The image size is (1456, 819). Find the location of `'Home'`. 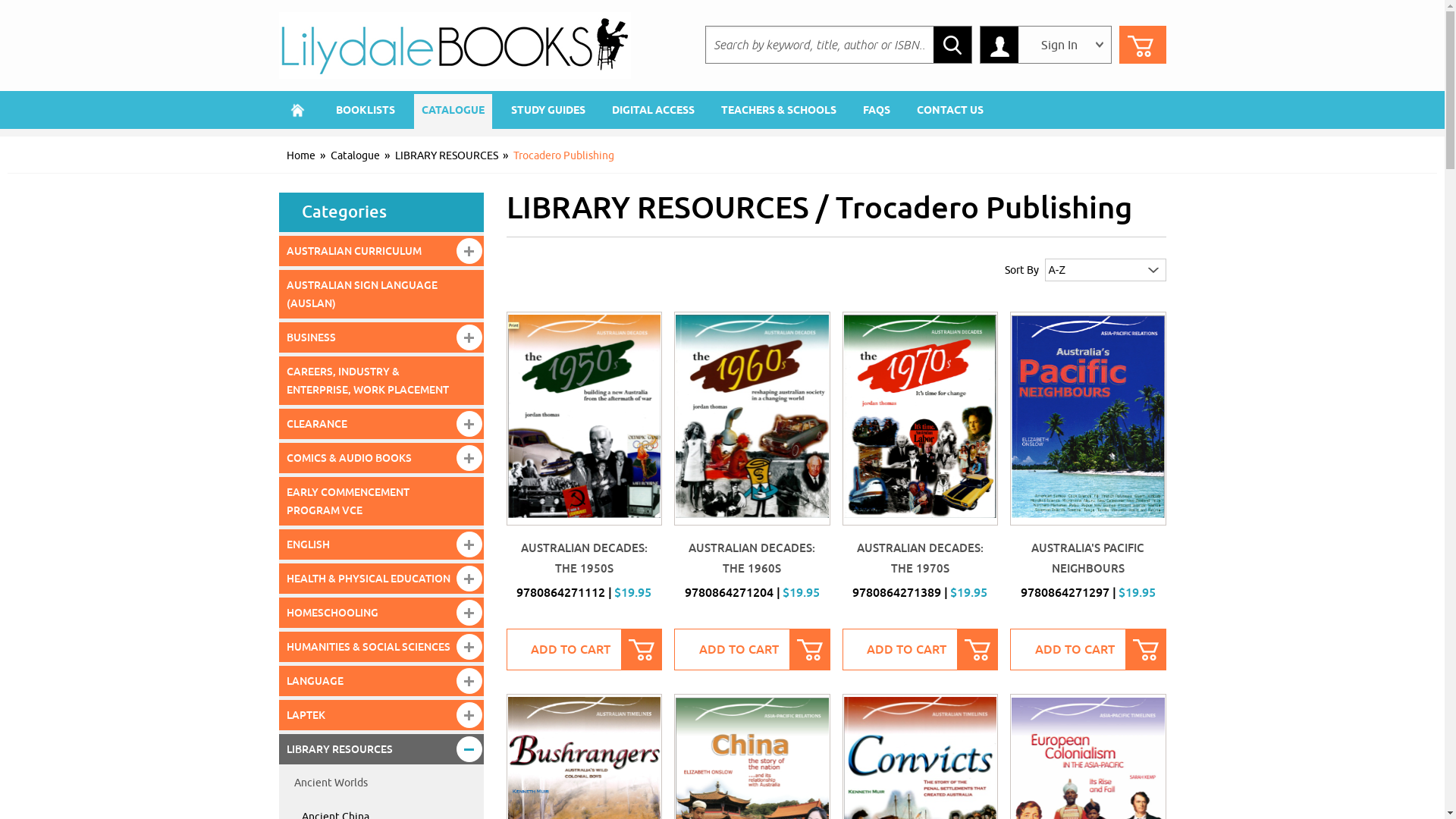

'Home' is located at coordinates (298, 109).